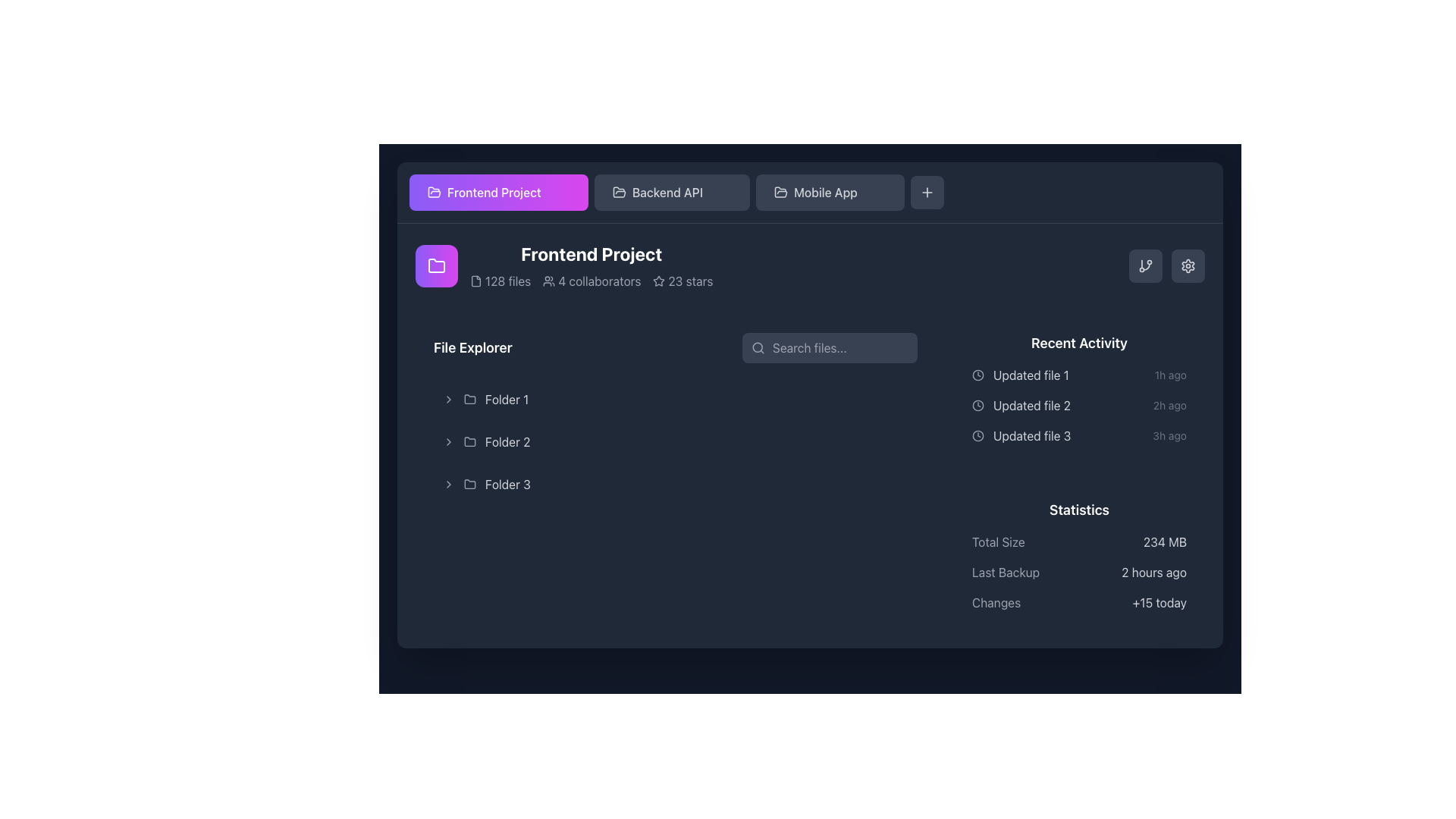 The height and width of the screenshot is (819, 1456). I want to click on the circular outline of the clock icon in the recent activities section to emphasize the timestamps, so click(978, 405).